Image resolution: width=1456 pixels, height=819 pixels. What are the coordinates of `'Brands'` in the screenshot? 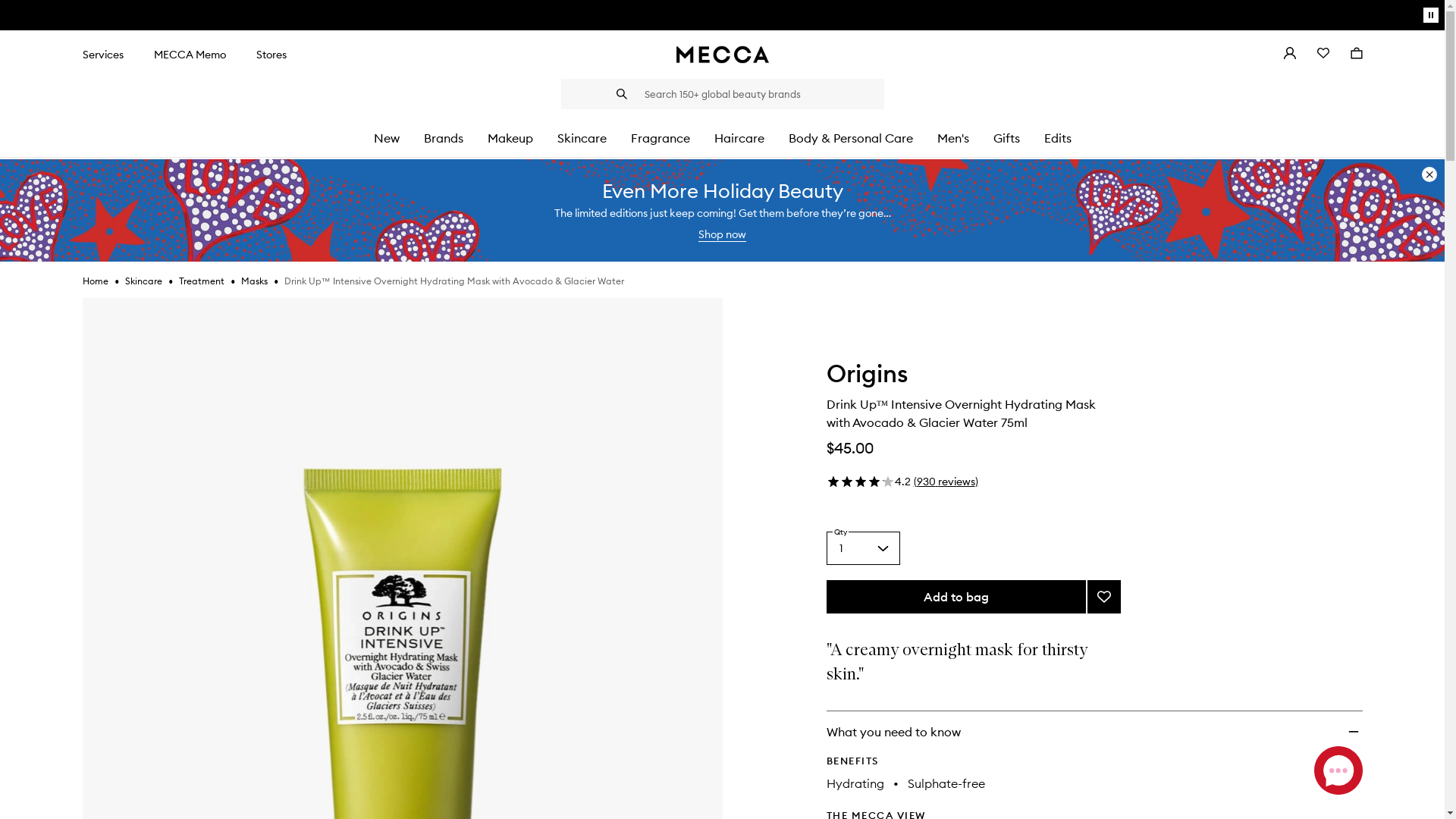 It's located at (422, 138).